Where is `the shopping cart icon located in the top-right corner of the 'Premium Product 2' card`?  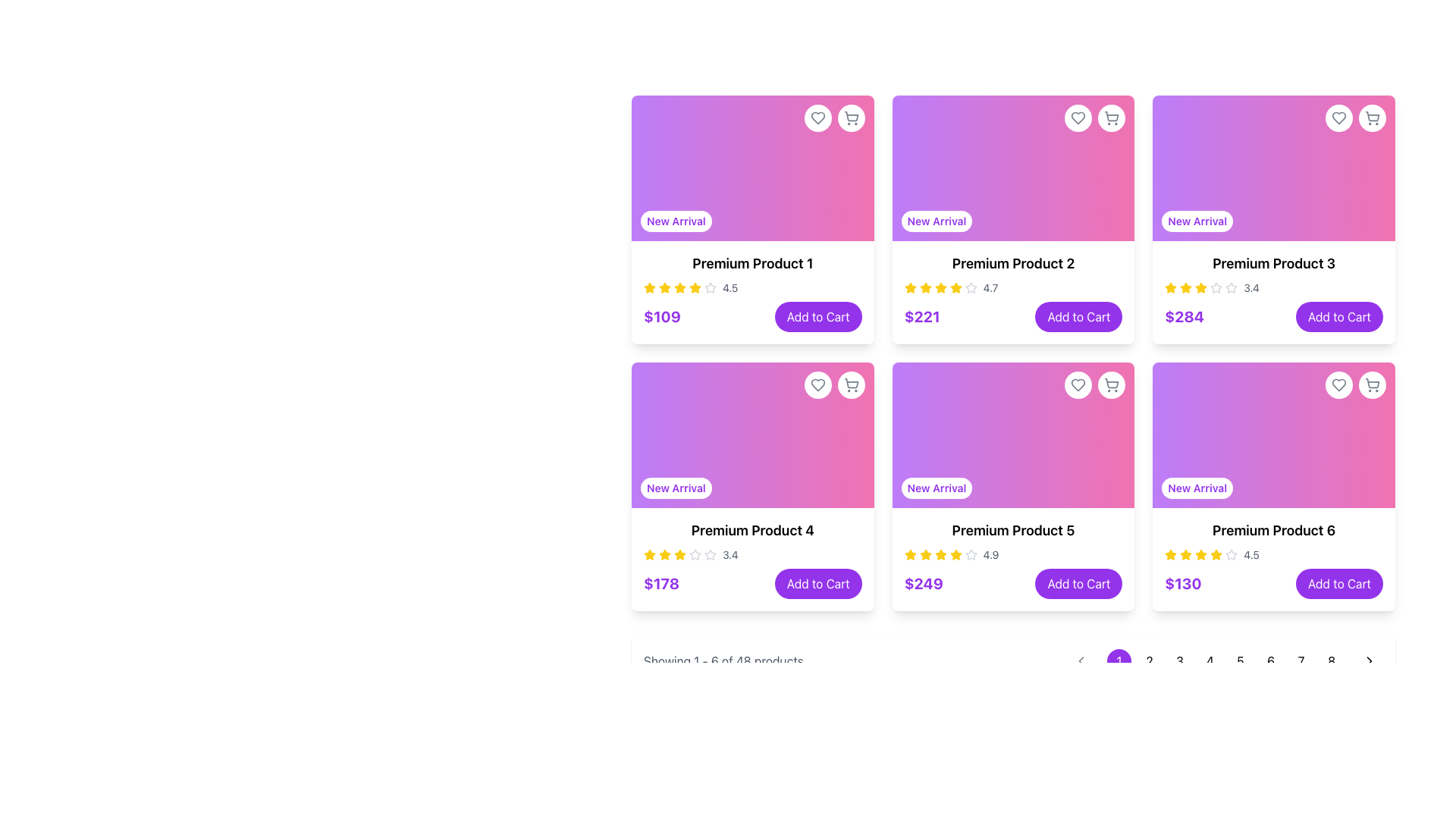
the shopping cart icon located in the top-right corner of the 'Premium Product 2' card is located at coordinates (1112, 115).